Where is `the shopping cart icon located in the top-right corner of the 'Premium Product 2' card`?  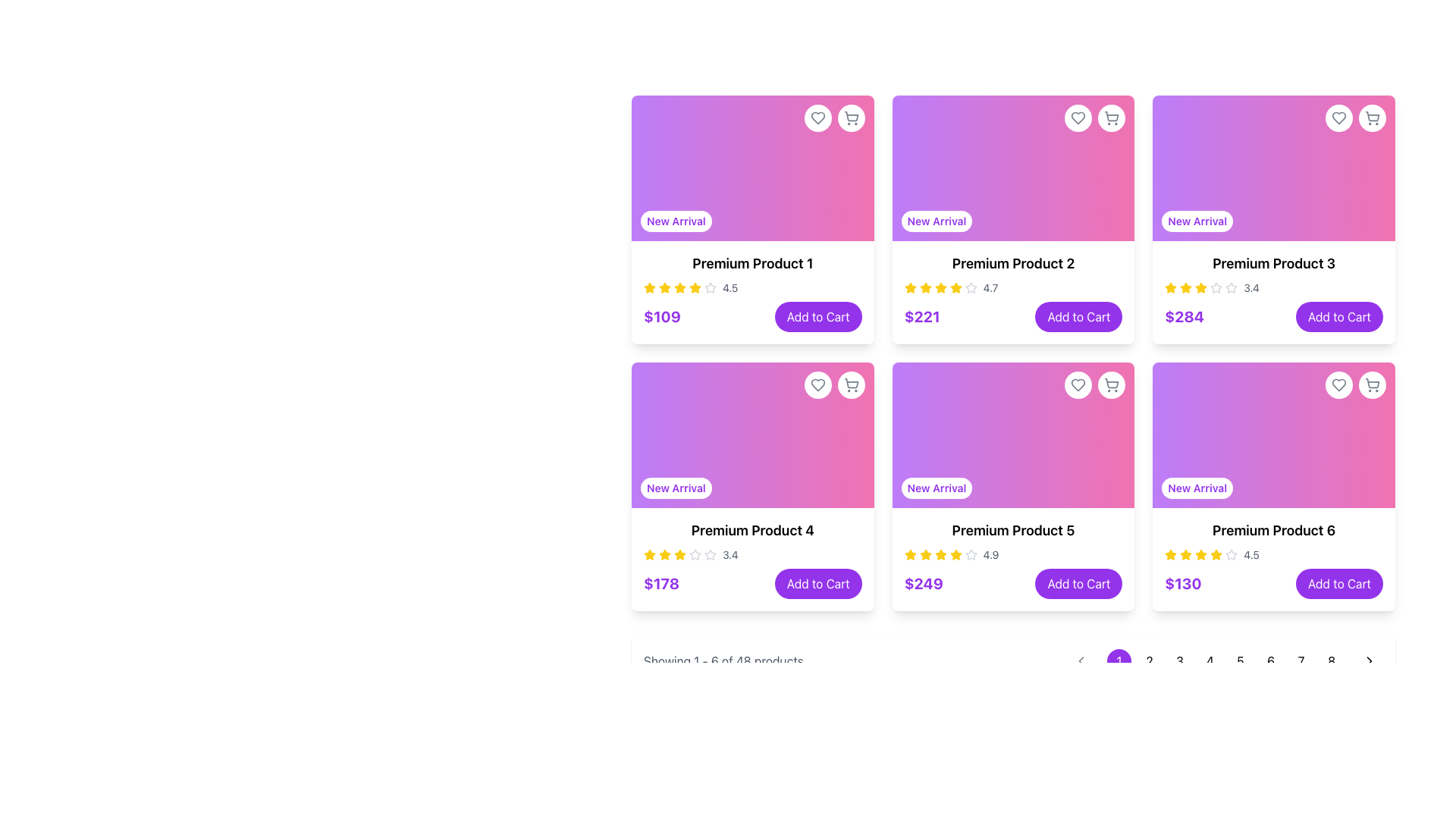
the shopping cart icon located in the top-right corner of the 'Premium Product 2' card is located at coordinates (1112, 115).